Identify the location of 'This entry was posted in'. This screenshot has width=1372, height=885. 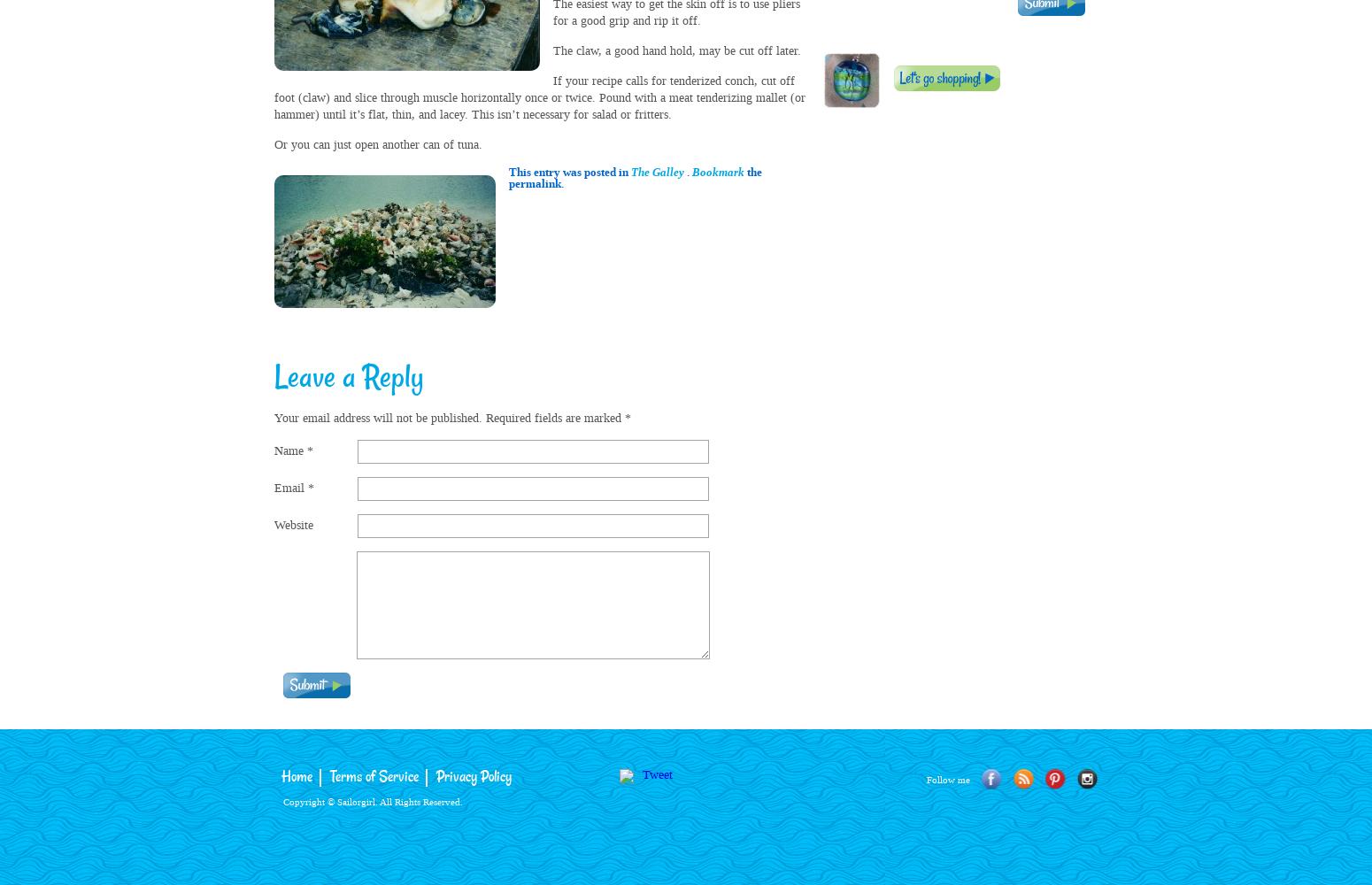
(569, 171).